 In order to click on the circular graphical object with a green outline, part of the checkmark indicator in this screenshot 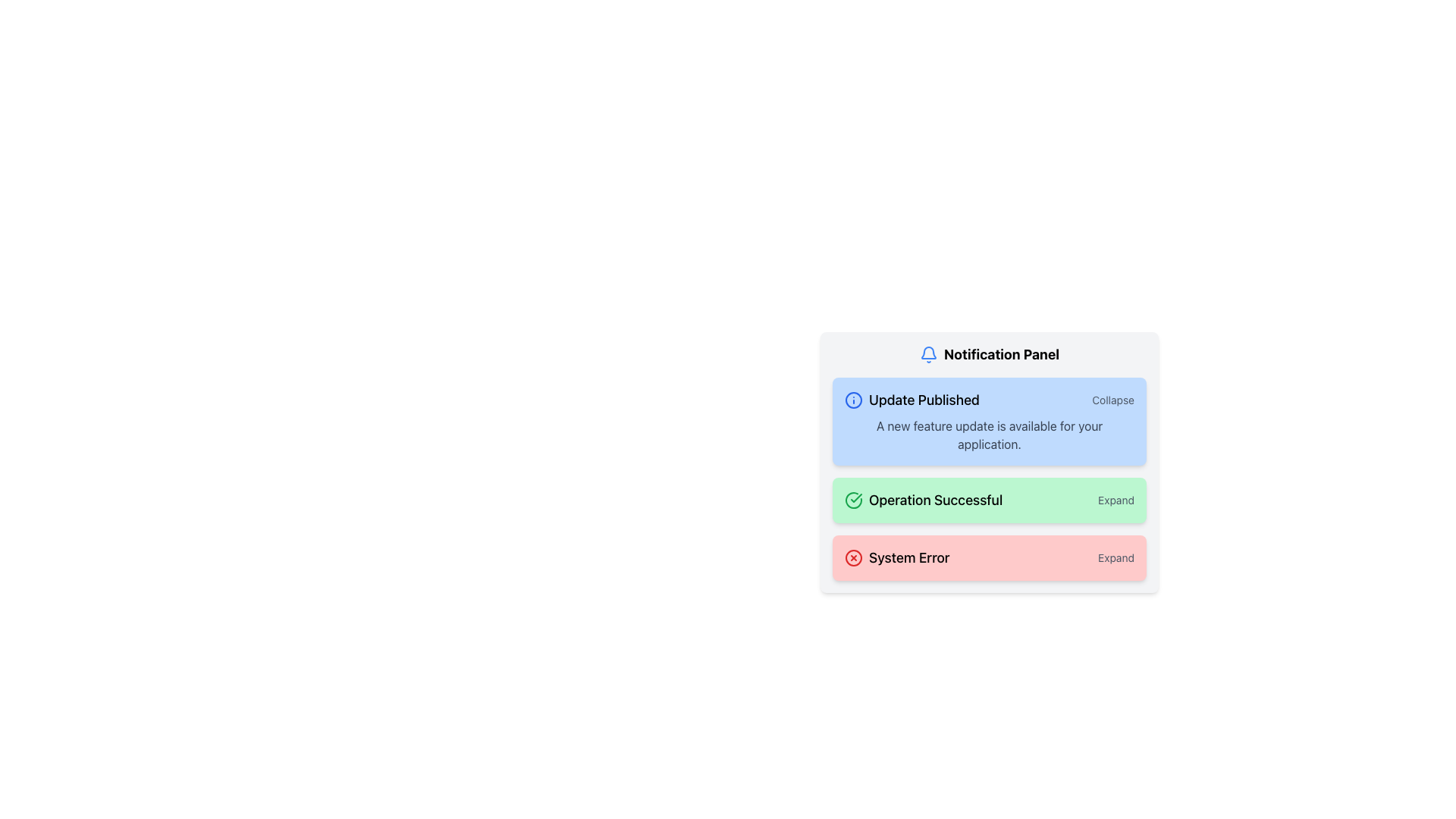, I will do `click(854, 500)`.